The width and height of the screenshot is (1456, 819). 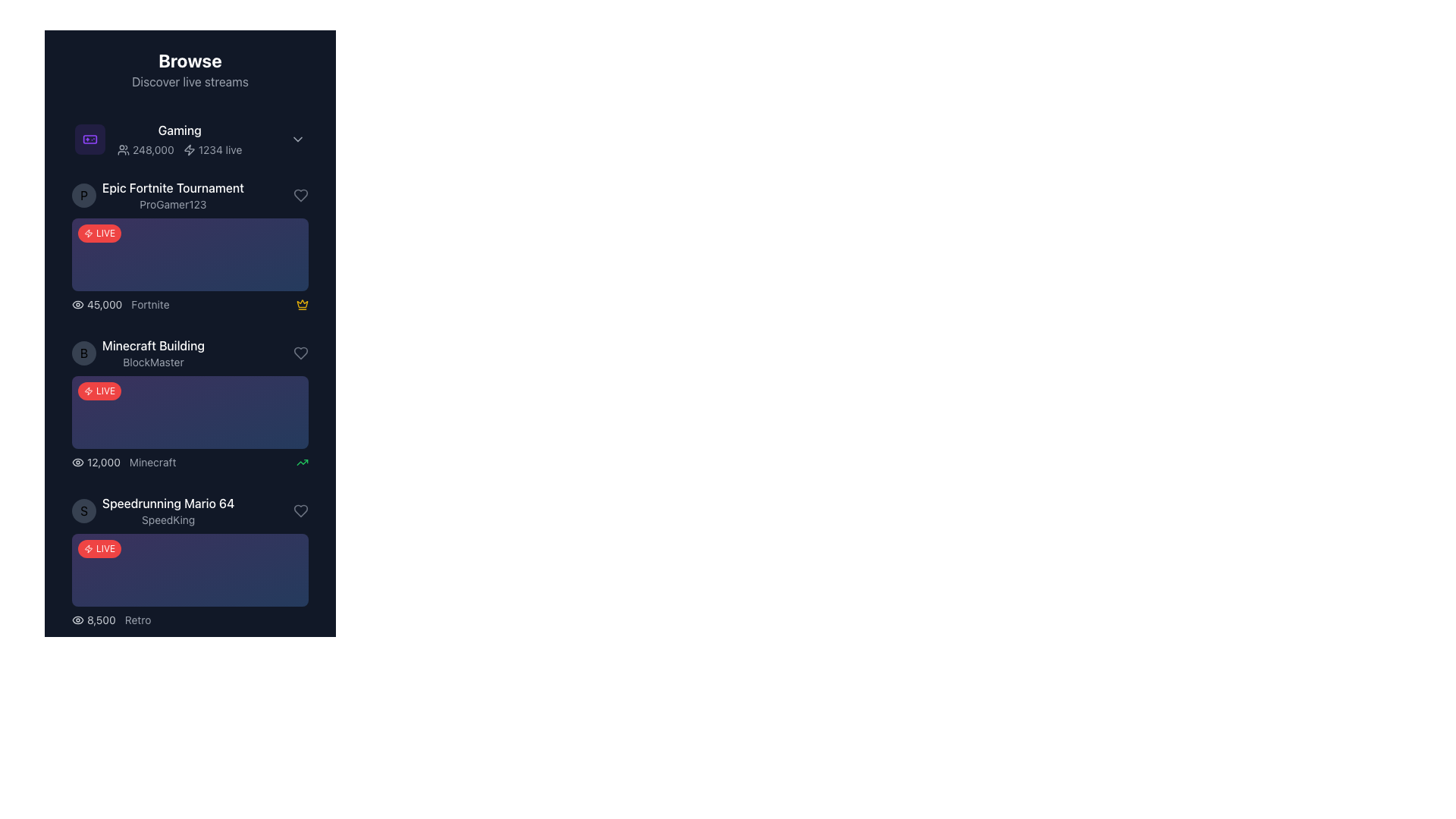 What do you see at coordinates (153, 345) in the screenshot?
I see `the text label reading 'Minecraft Building' which is styled in white font on a dark background, located in the second list item under the 'Browse' section above 'BlockMaster'` at bounding box center [153, 345].